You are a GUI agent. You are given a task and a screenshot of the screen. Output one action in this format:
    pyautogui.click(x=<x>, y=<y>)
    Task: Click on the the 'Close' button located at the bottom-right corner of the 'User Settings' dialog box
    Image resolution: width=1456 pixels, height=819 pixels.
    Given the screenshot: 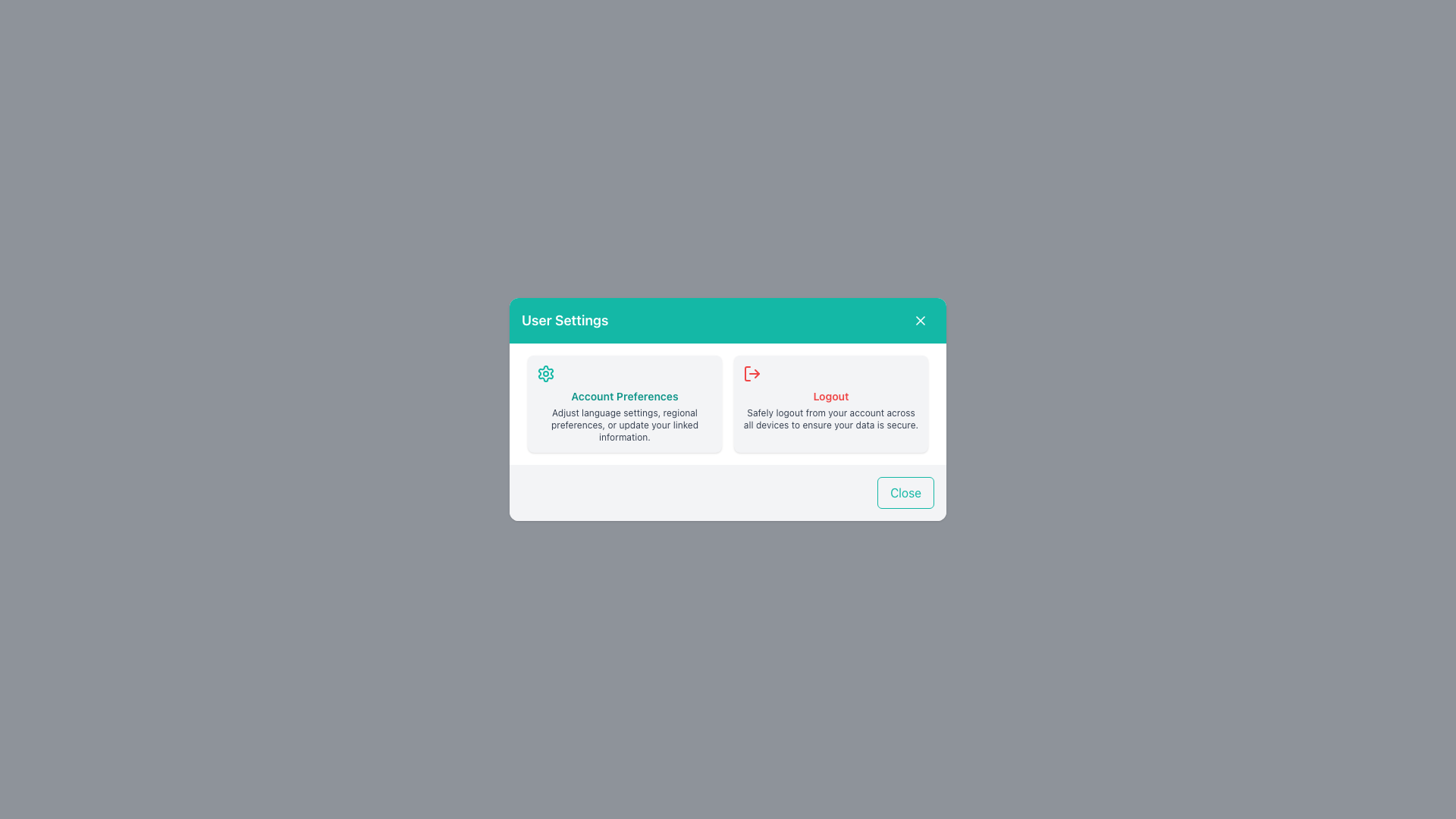 What is the action you would take?
    pyautogui.click(x=905, y=493)
    